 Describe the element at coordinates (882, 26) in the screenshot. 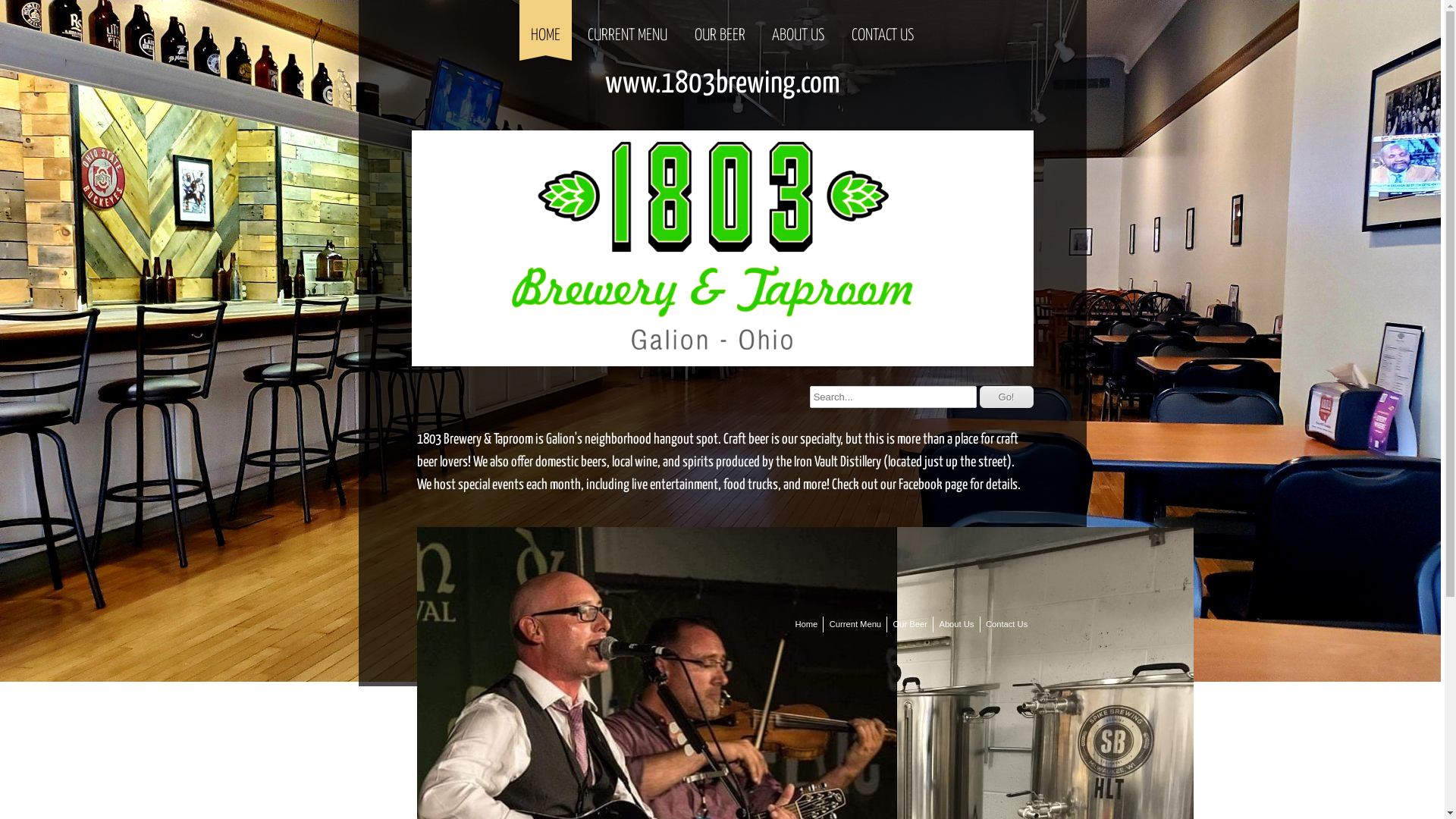

I see `'CONTACT US'` at that location.